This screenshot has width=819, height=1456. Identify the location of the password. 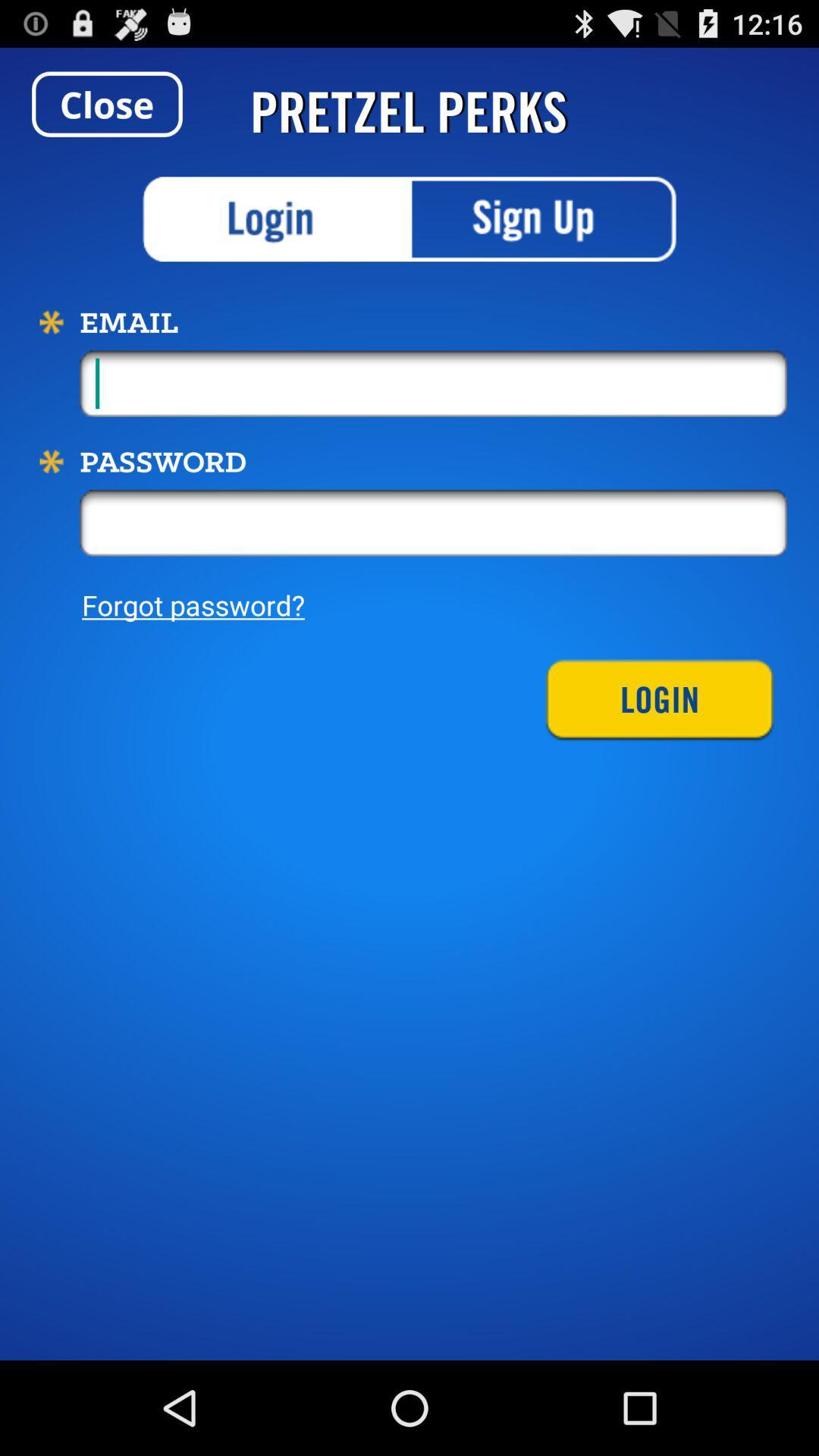
(433, 522).